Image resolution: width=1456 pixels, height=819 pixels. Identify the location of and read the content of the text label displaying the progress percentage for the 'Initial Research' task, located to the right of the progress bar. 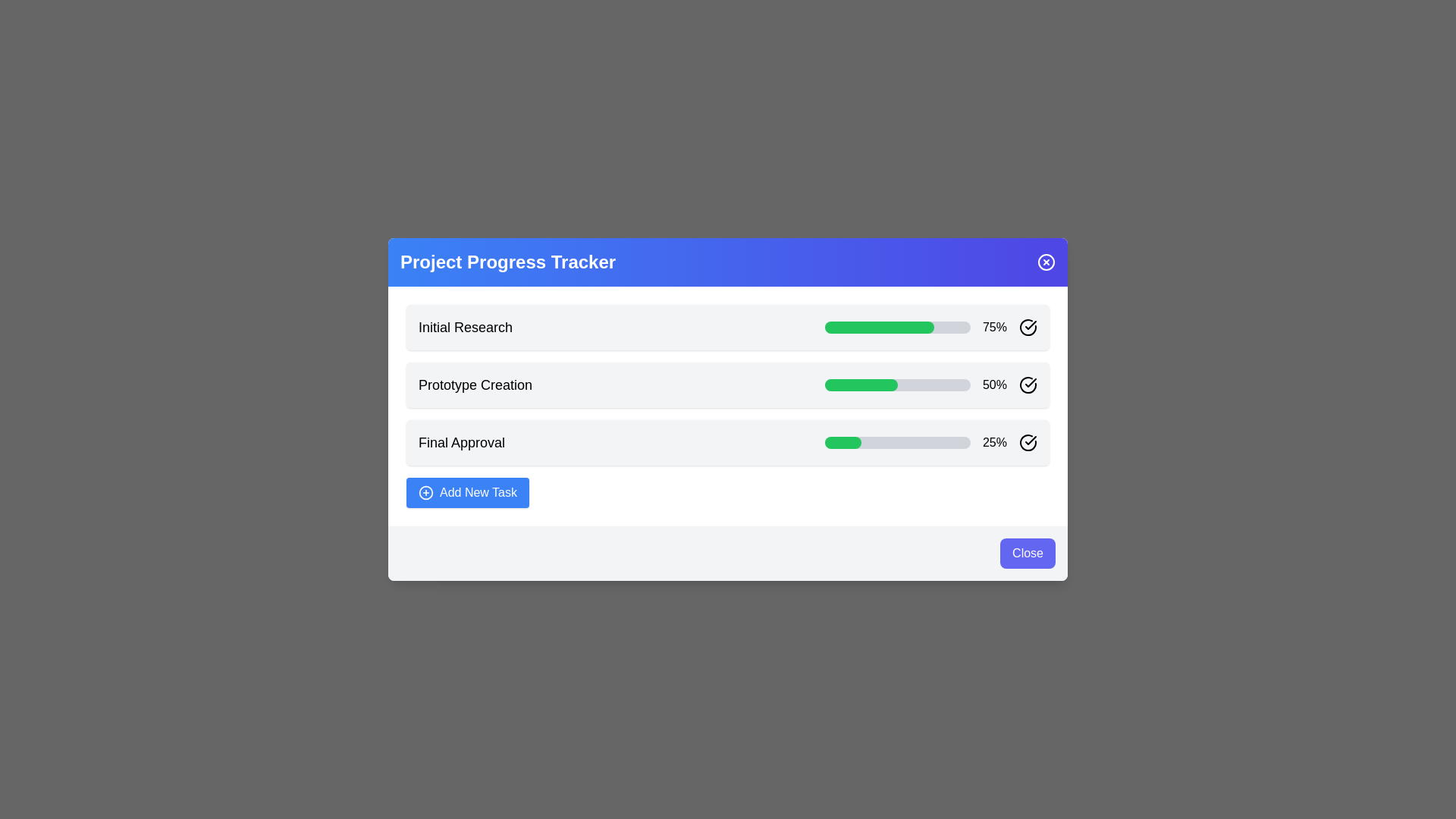
(994, 327).